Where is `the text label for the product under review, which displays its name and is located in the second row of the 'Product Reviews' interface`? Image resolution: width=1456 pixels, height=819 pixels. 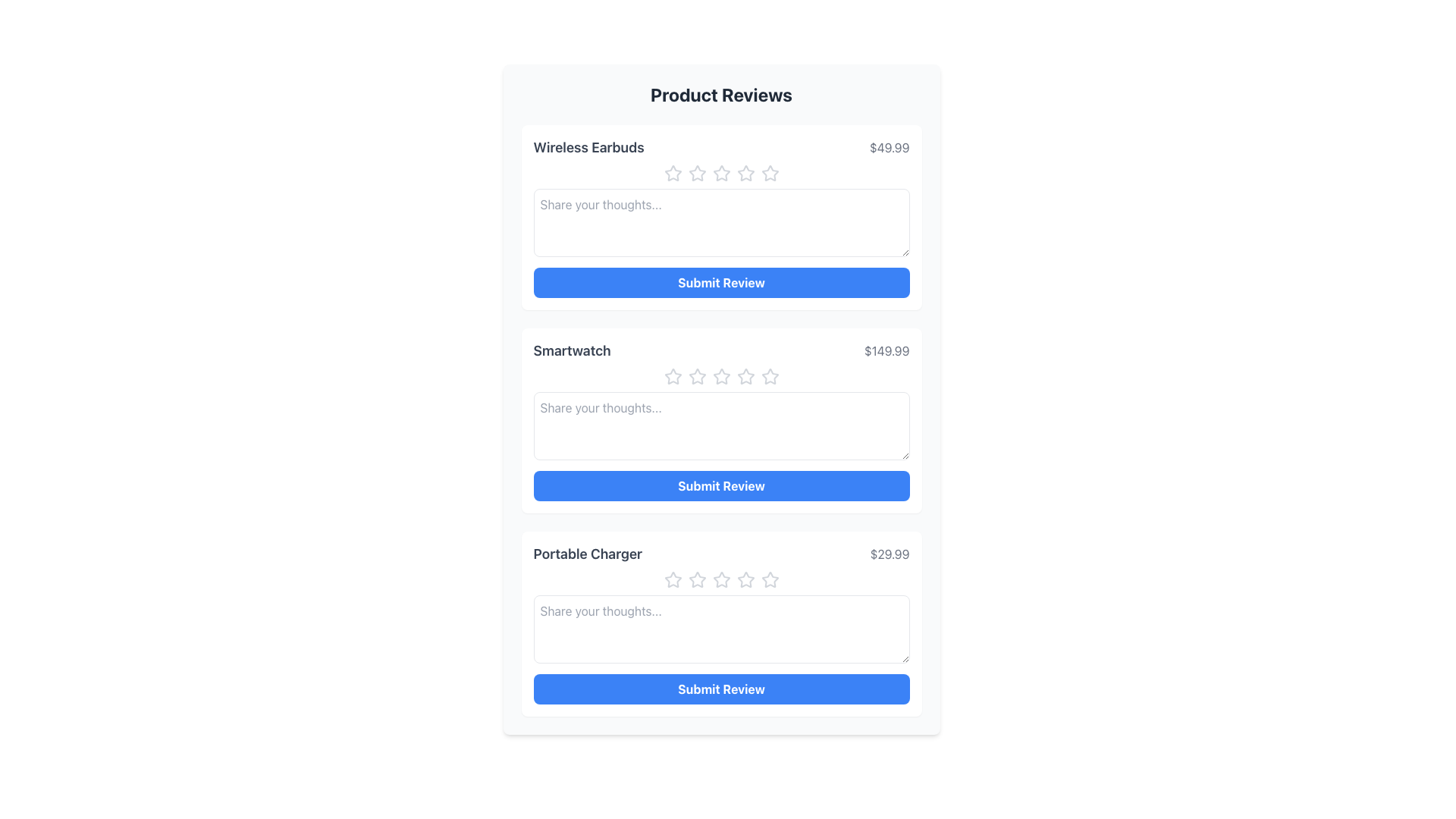 the text label for the product under review, which displays its name and is located in the second row of the 'Product Reviews' interface is located at coordinates (571, 350).